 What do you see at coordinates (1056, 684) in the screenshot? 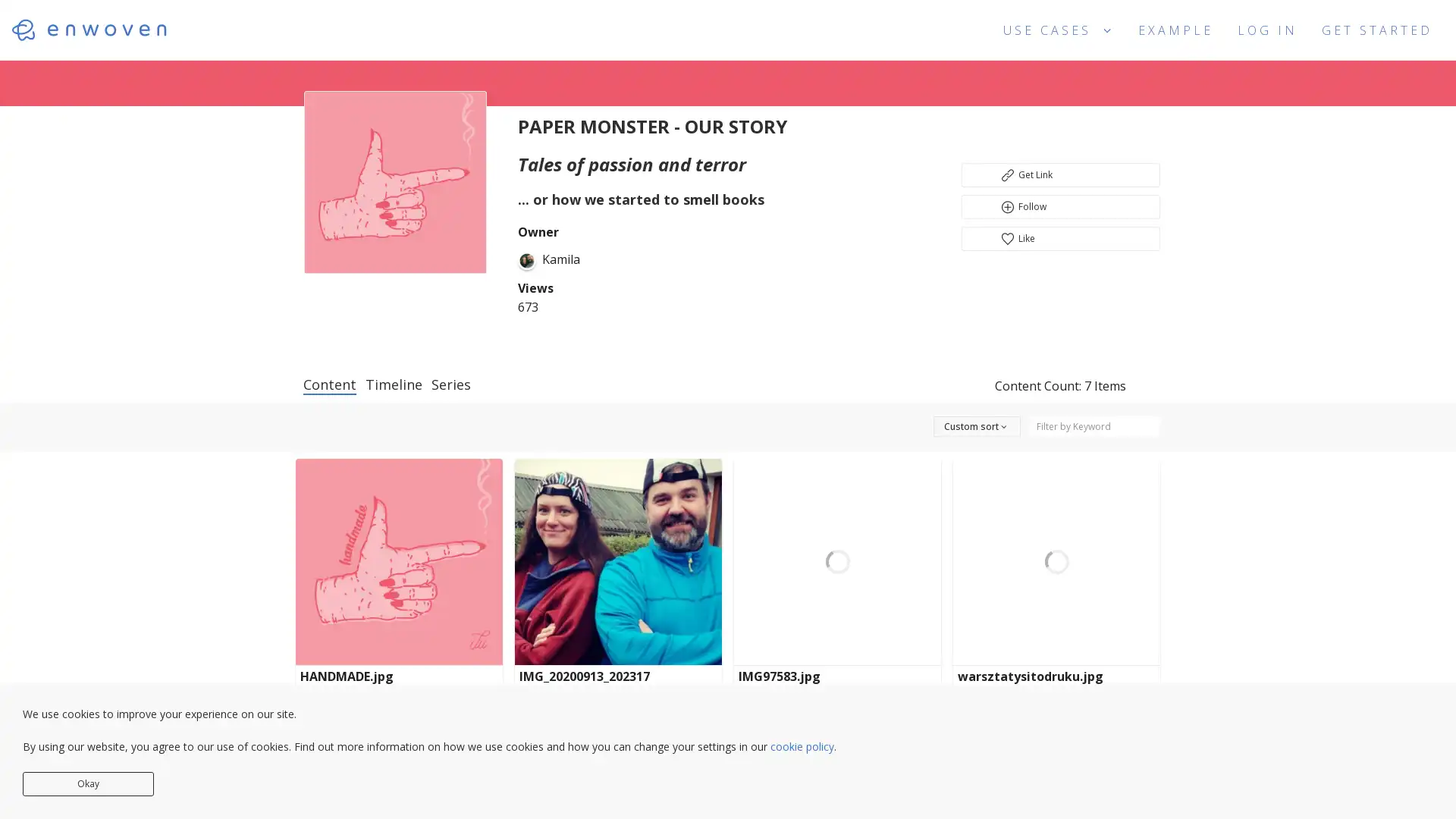
I see `warsztatysitodruku.jpg` at bounding box center [1056, 684].